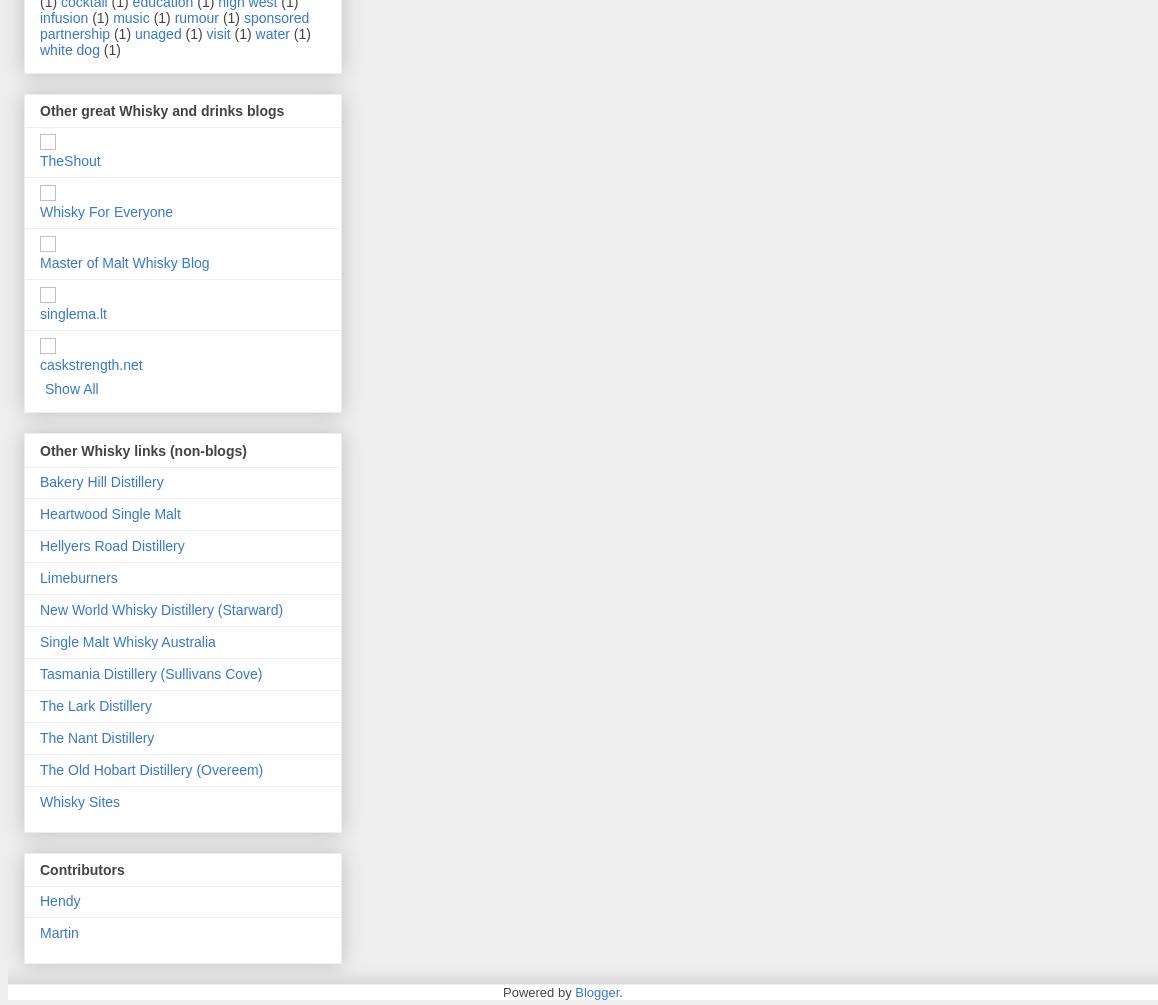 The width and height of the screenshot is (1158, 1005). I want to click on 'water', so click(271, 33).